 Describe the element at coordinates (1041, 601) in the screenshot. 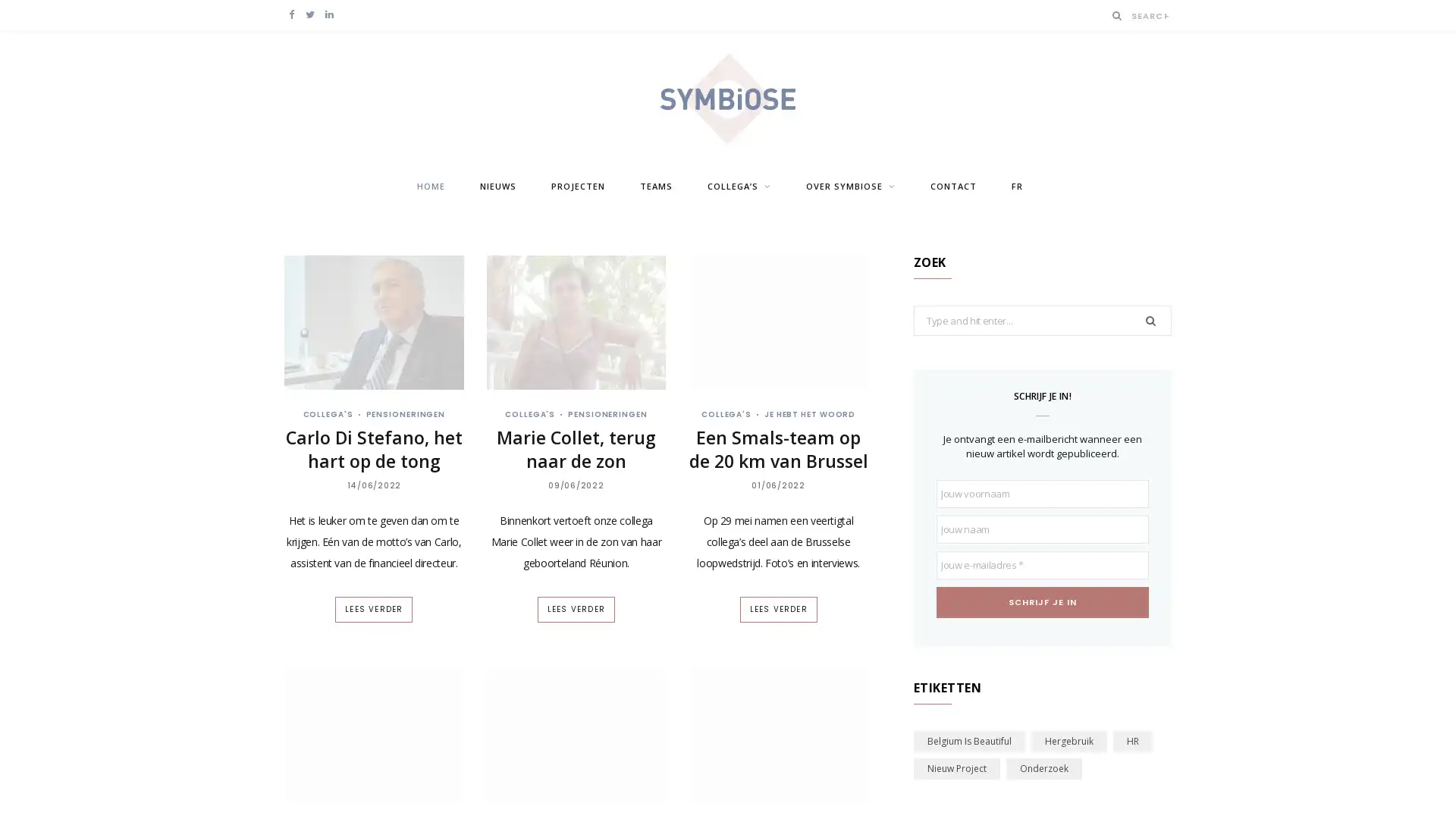

I see `Schrijf je in` at that location.